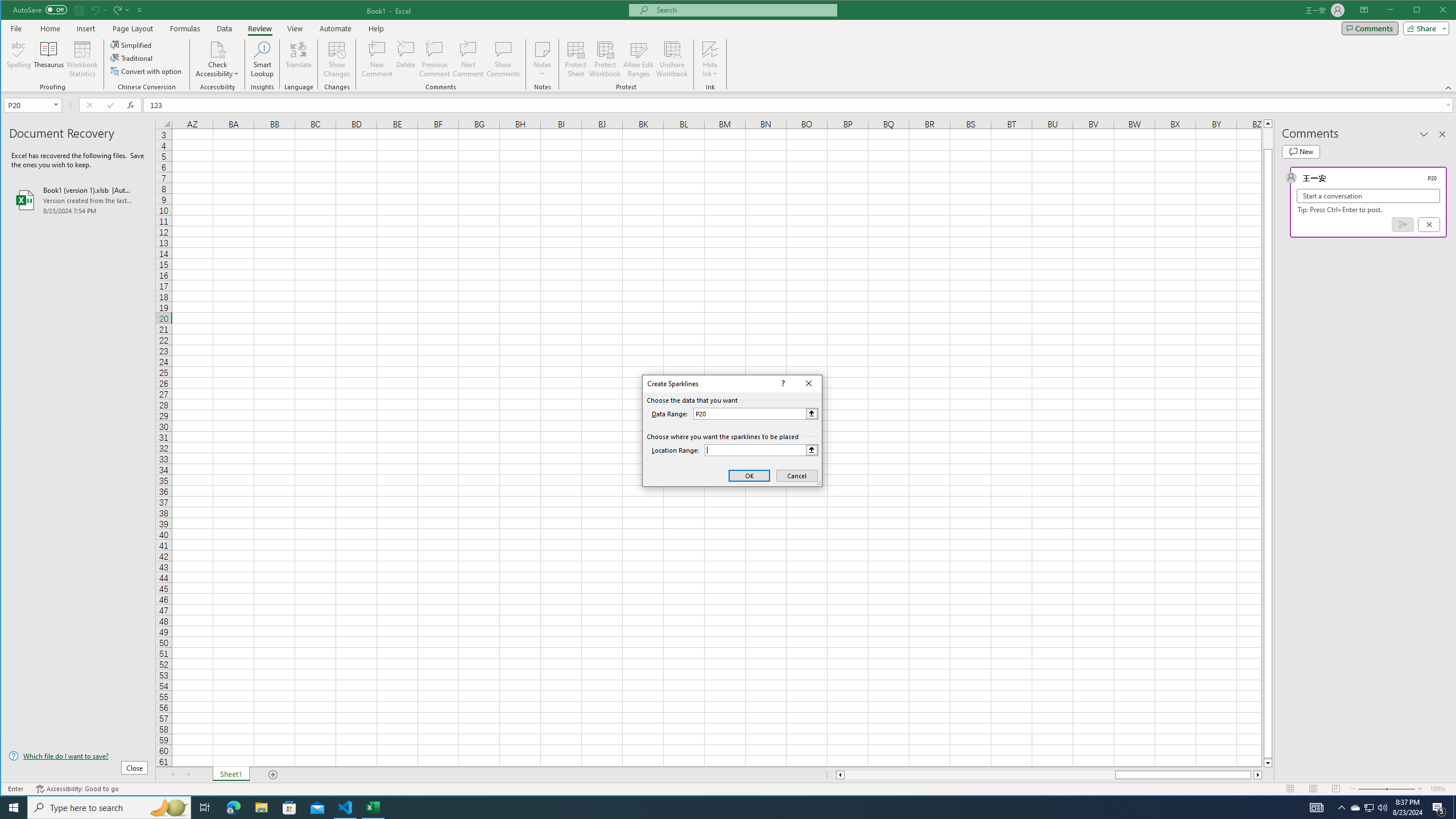 The height and width of the screenshot is (819, 1456). Describe the element at coordinates (1442, 134) in the screenshot. I see `'Close pane'` at that location.